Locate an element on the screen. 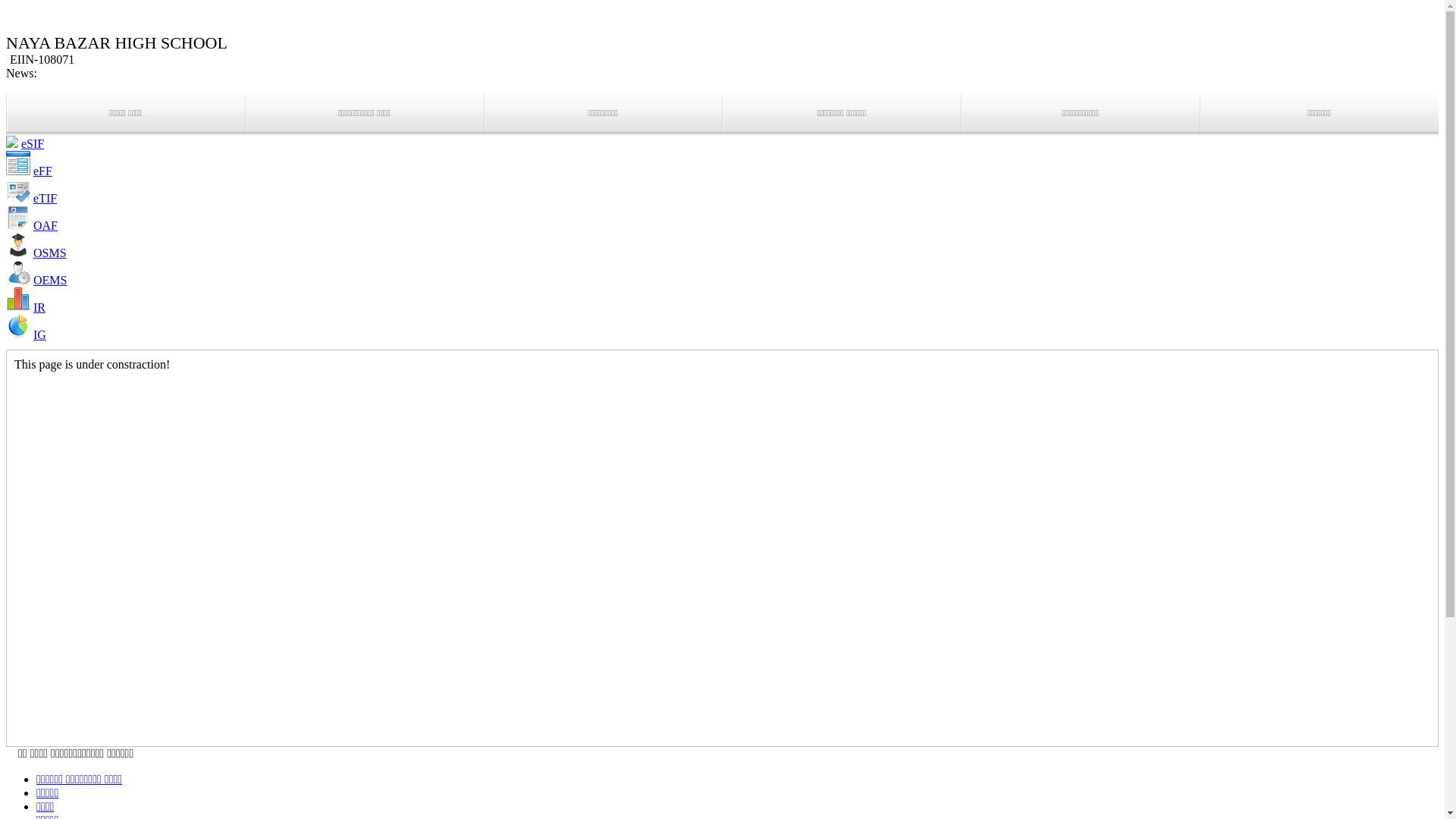 This screenshot has height=819, width=1456. 'eFF' is located at coordinates (42, 171).